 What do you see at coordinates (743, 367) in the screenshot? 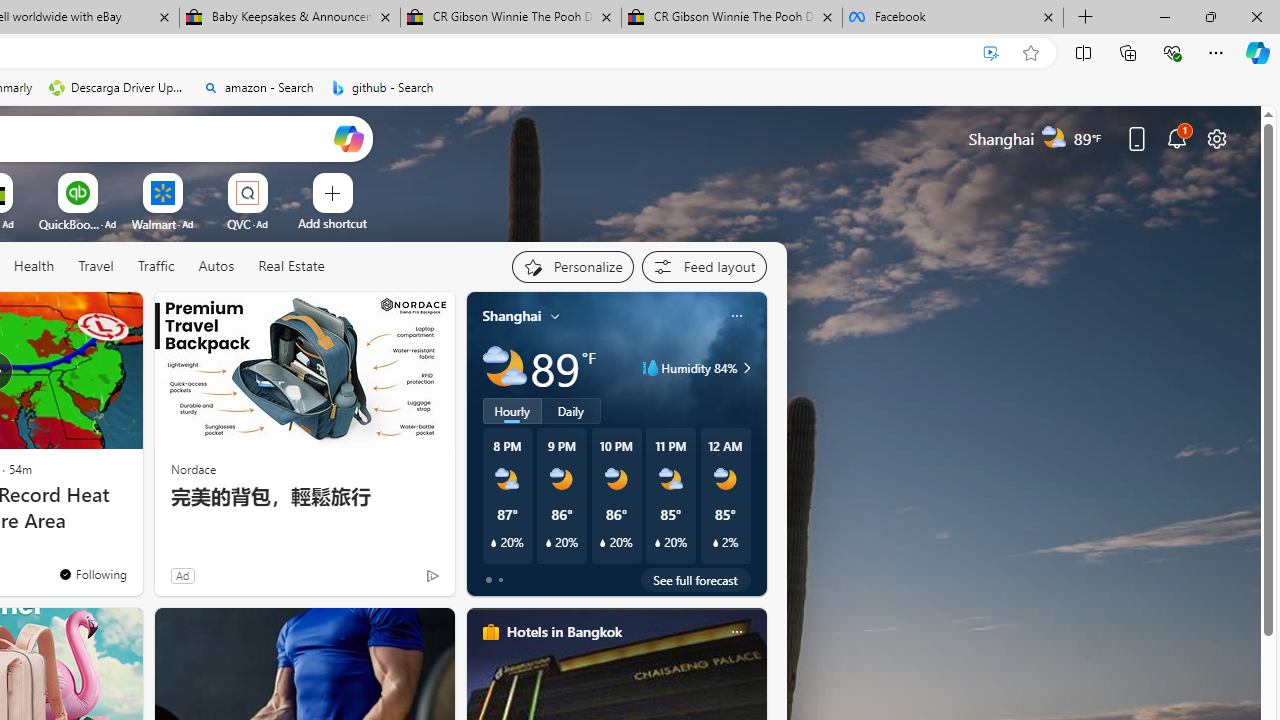
I see `'Humidity 84%'` at bounding box center [743, 367].